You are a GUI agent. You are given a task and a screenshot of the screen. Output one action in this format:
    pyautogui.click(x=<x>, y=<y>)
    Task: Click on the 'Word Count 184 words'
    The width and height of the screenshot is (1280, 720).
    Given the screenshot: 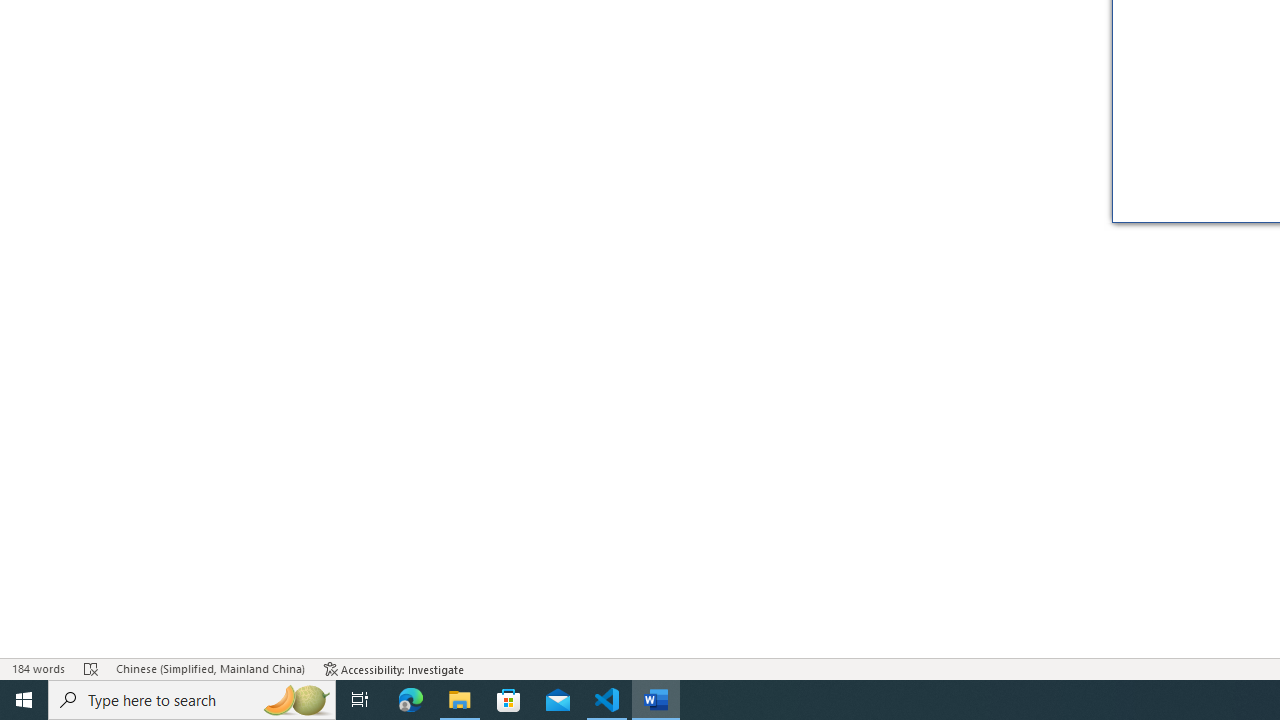 What is the action you would take?
    pyautogui.click(x=38, y=669)
    